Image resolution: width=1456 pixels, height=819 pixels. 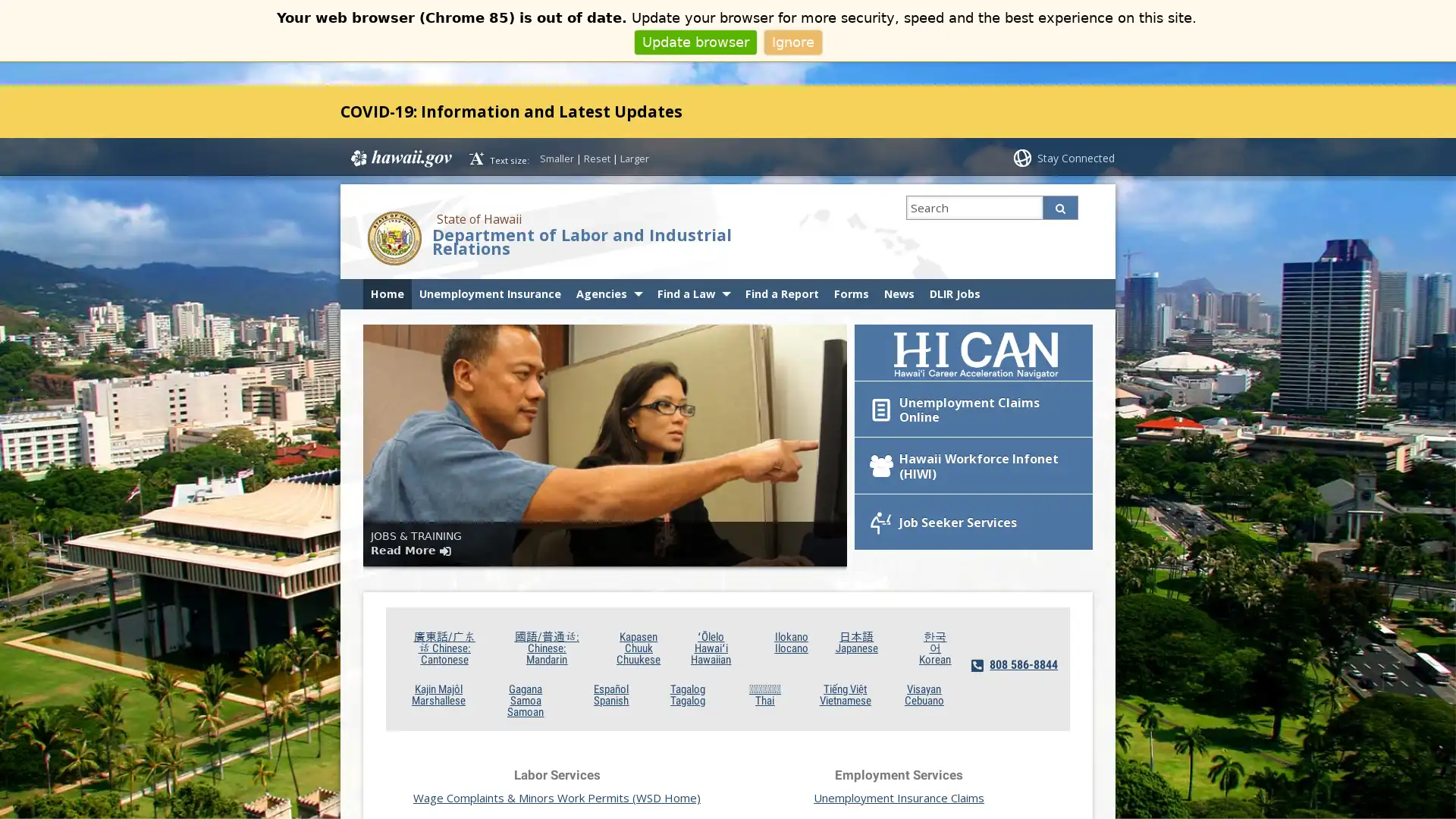 I want to click on Ilokano Ilocano, so click(x=789, y=648).